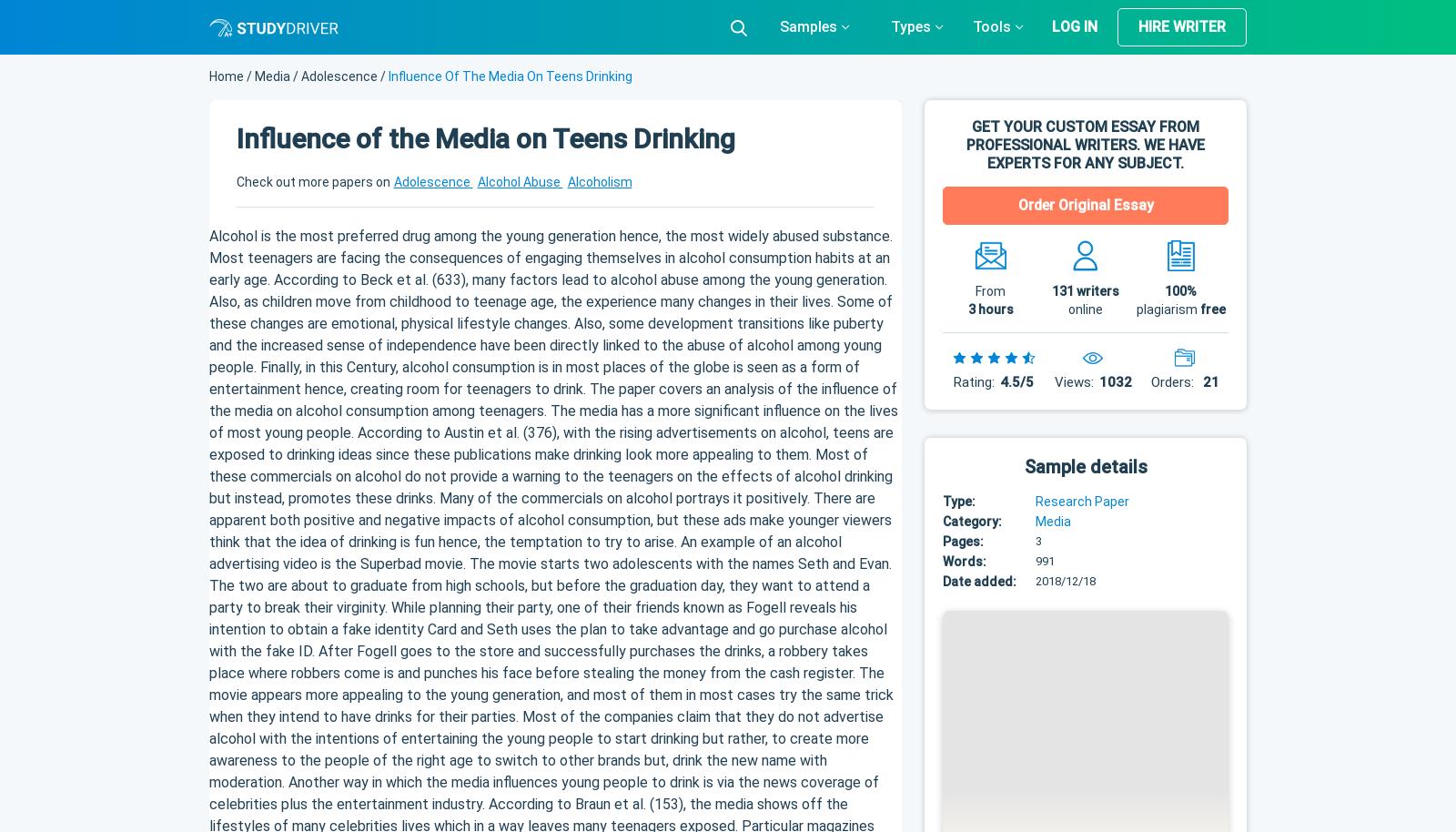  I want to click on 'Home', so click(227, 75).